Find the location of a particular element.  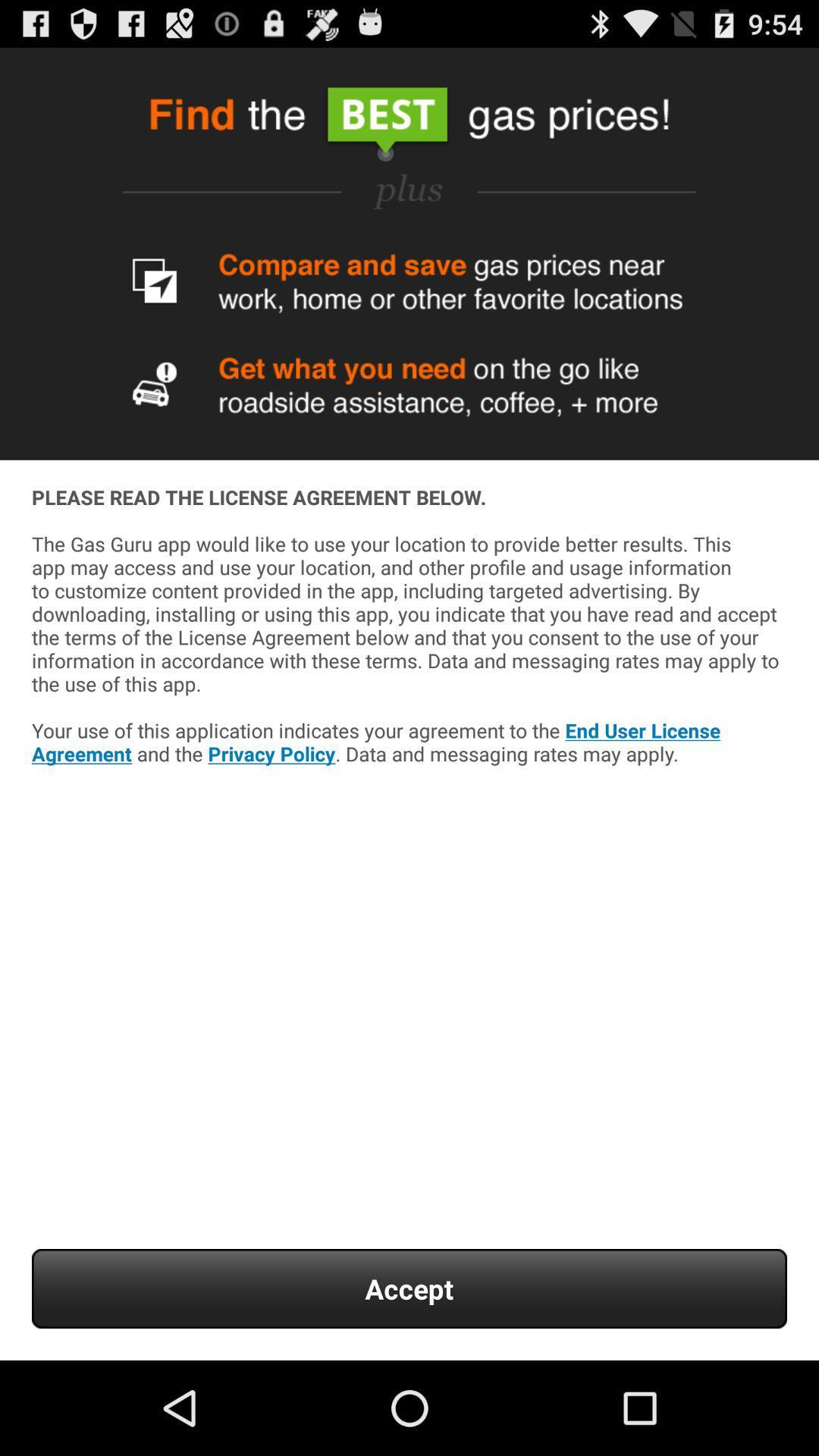

the please read the is located at coordinates (409, 668).